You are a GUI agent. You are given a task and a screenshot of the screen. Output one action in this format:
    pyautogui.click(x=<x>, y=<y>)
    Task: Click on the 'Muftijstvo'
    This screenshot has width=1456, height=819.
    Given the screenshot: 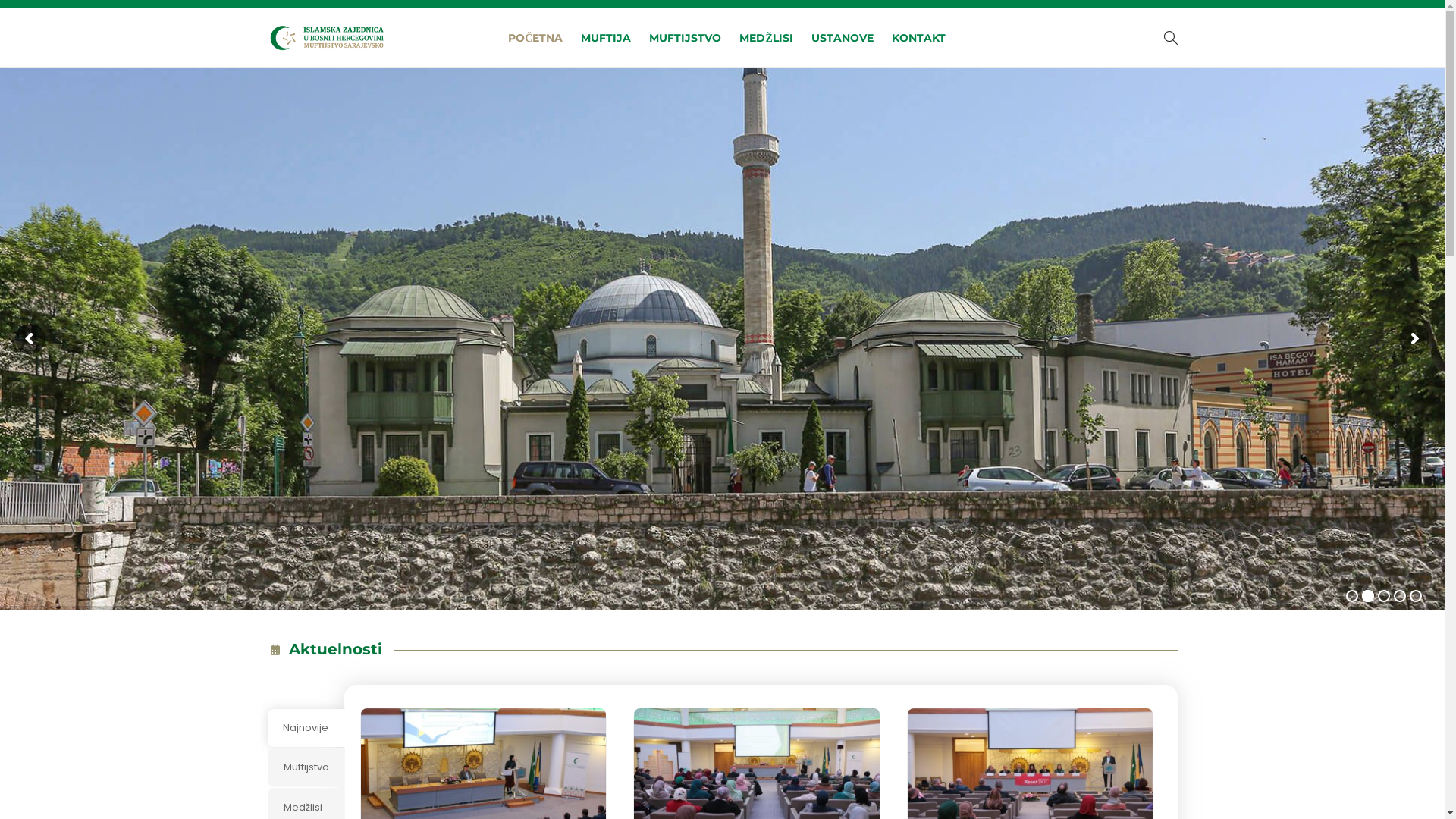 What is the action you would take?
    pyautogui.click(x=305, y=767)
    